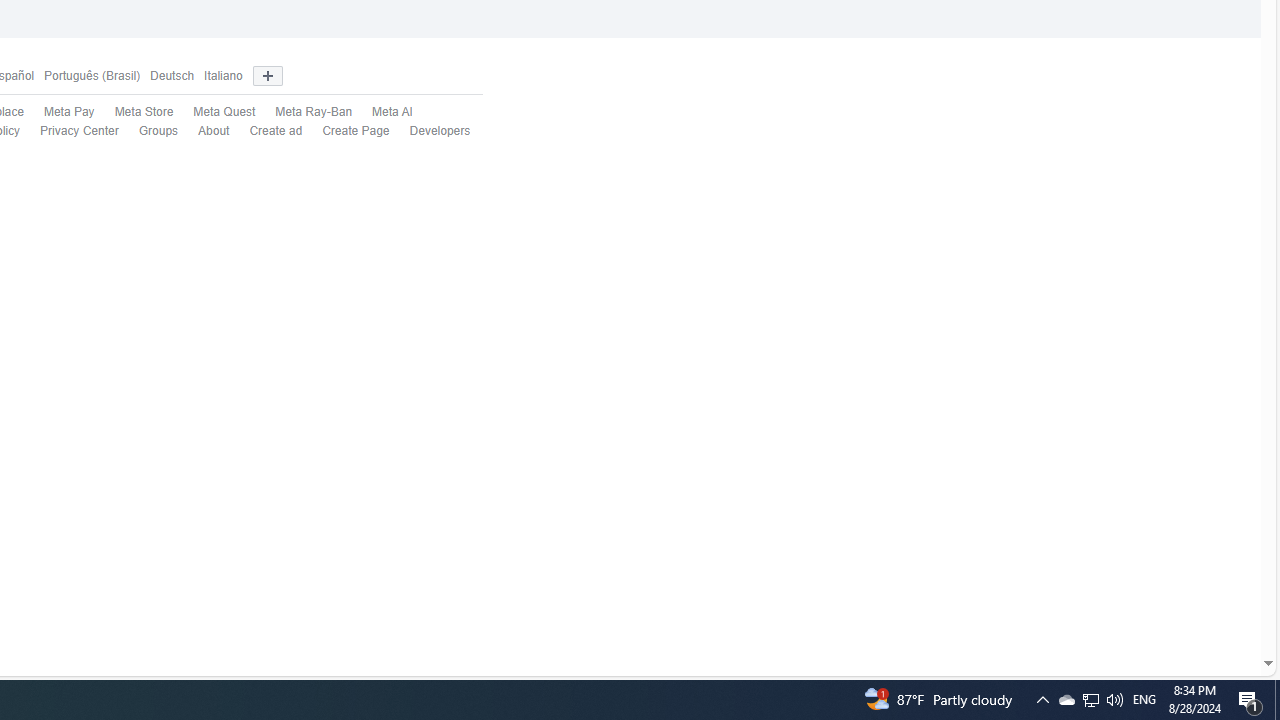  What do you see at coordinates (313, 112) in the screenshot?
I see `'Meta Ray-Ban'` at bounding box center [313, 112].